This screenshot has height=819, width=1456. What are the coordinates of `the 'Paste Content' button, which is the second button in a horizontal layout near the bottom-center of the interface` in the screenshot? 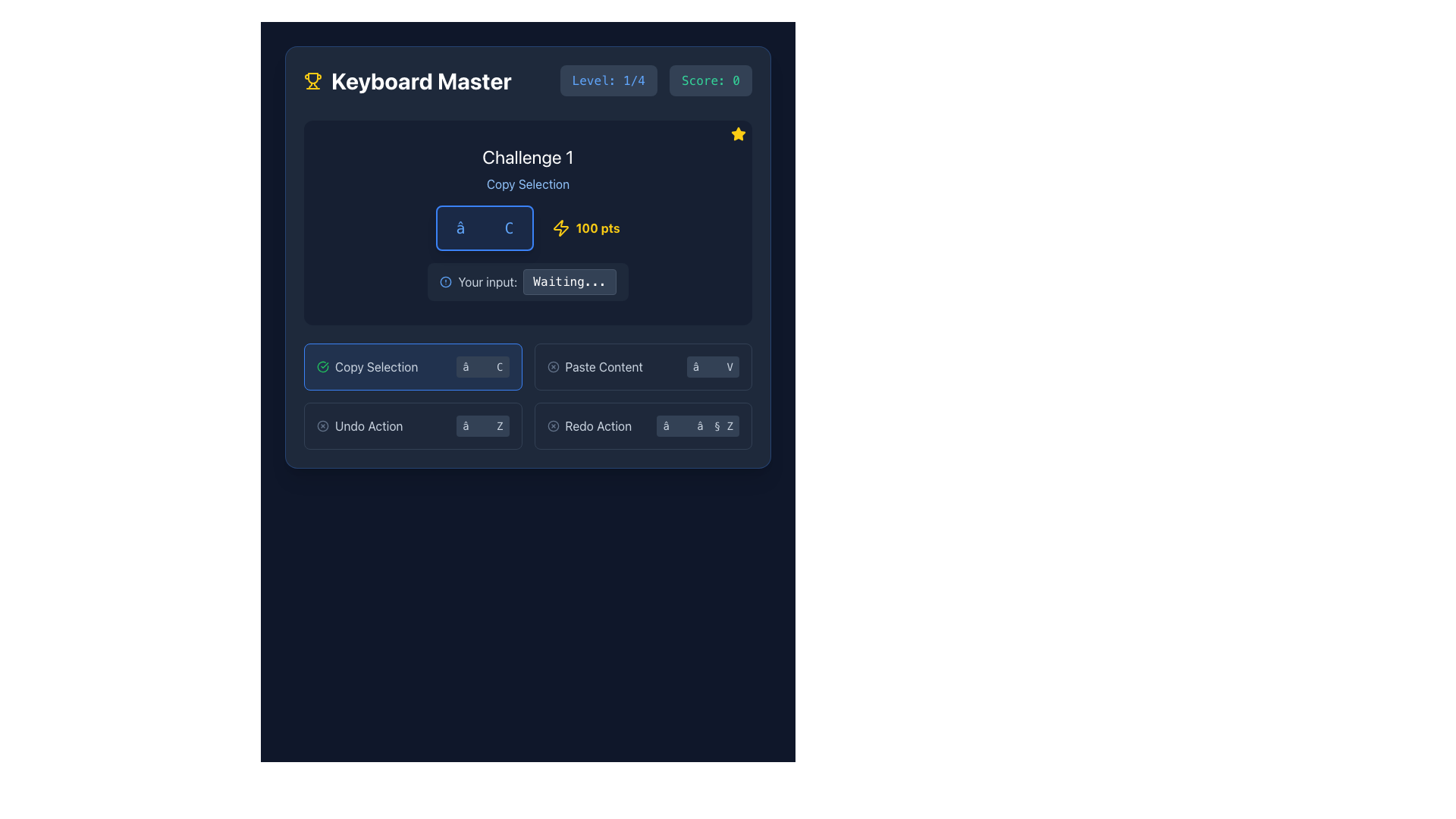 It's located at (603, 366).